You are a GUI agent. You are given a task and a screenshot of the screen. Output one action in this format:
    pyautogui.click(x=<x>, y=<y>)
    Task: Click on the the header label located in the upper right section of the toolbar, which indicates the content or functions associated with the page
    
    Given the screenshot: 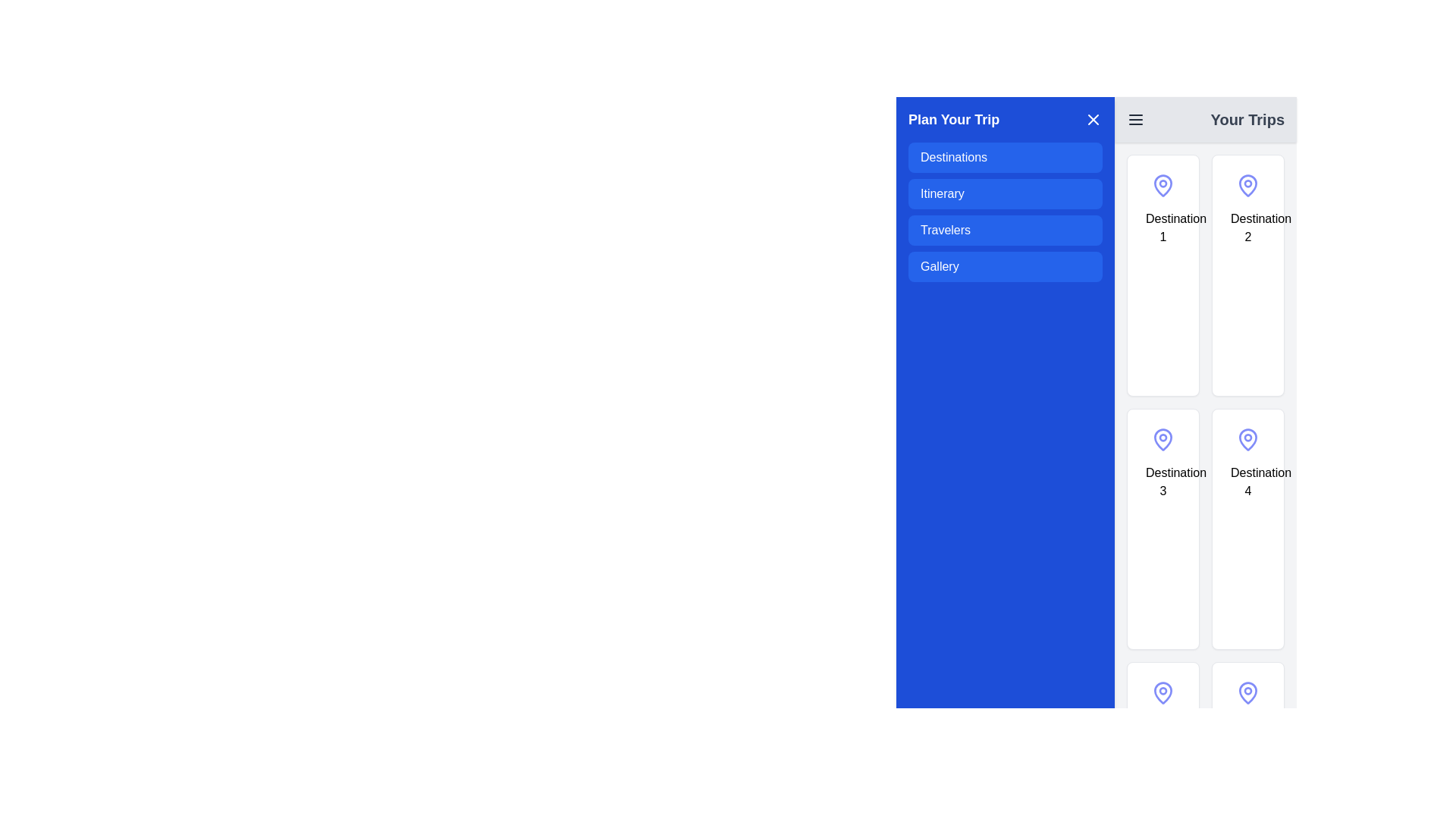 What is the action you would take?
    pyautogui.click(x=1247, y=119)
    